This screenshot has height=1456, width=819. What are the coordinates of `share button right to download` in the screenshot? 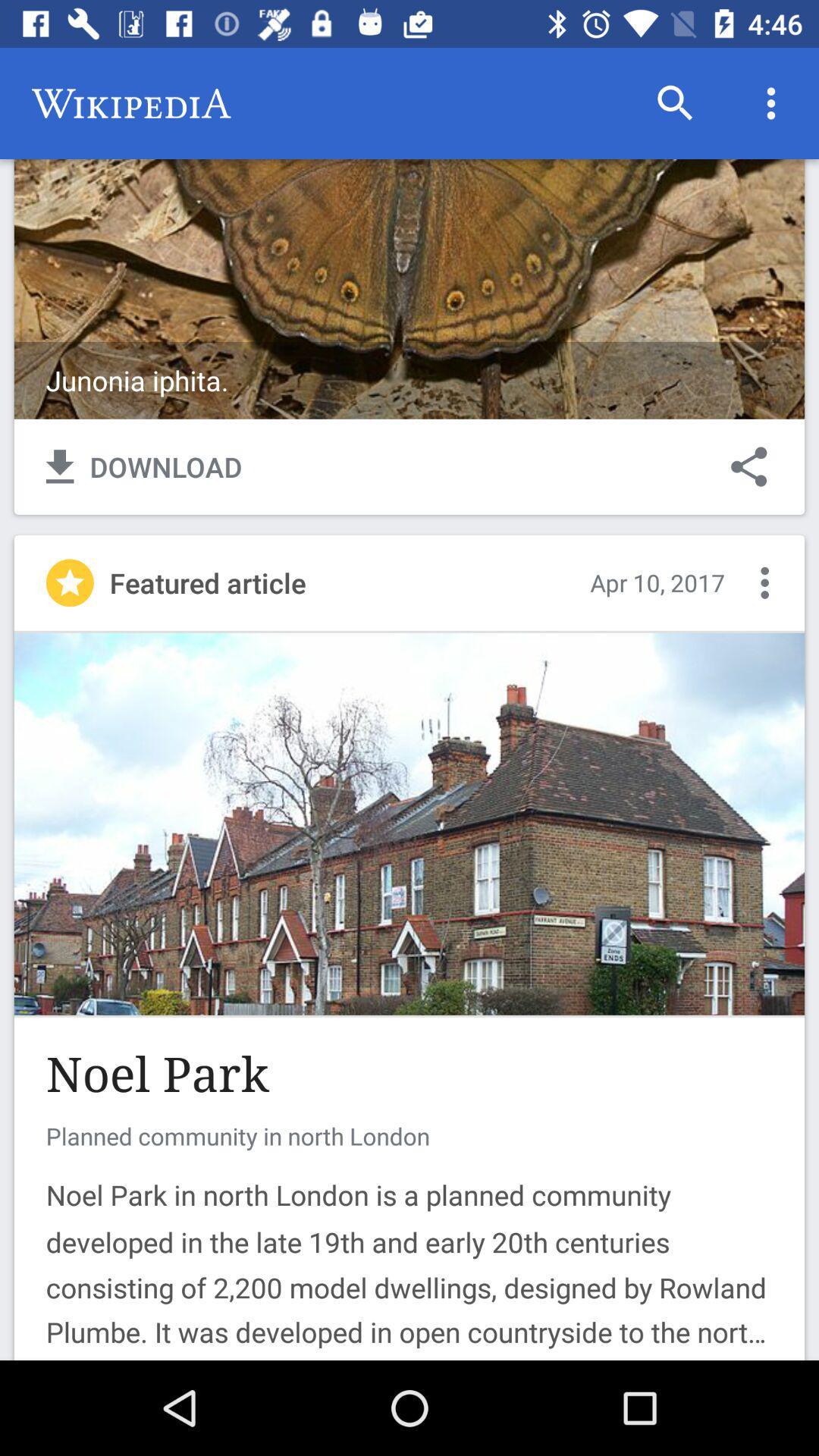 It's located at (748, 466).